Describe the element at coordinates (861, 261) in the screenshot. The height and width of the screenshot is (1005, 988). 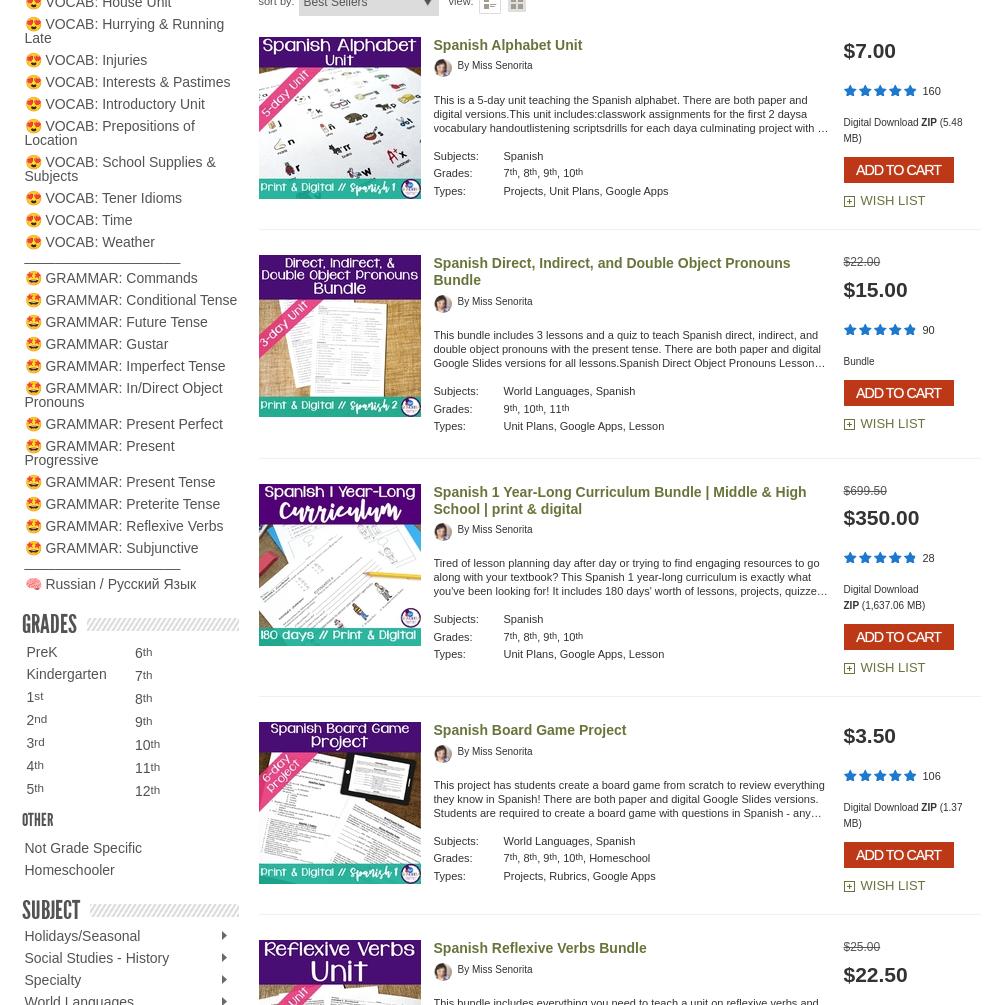
I see `'$22.00'` at that location.